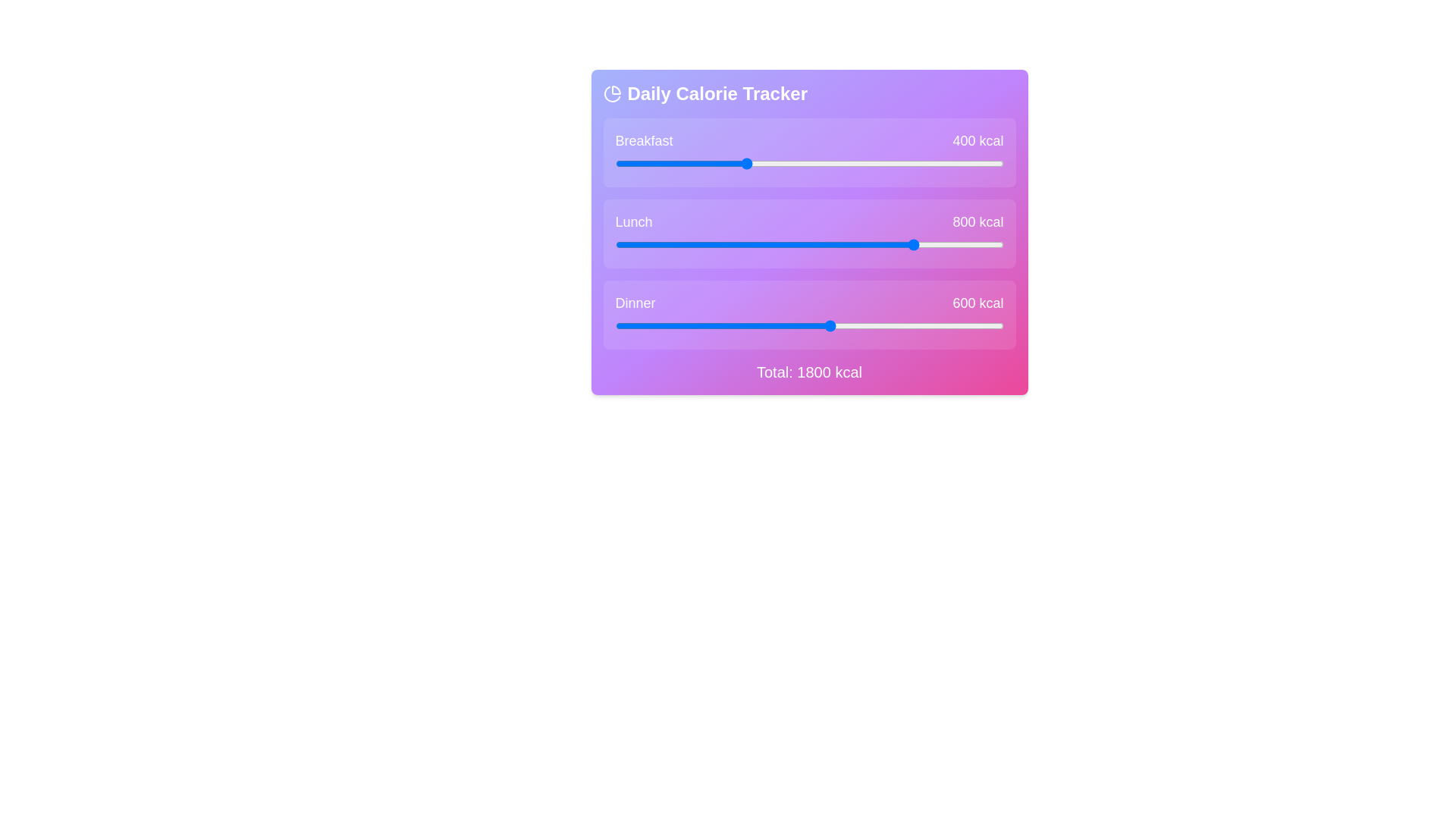 The height and width of the screenshot is (819, 1456). What do you see at coordinates (676, 325) in the screenshot?
I see `the dinner calorie value` at bounding box center [676, 325].